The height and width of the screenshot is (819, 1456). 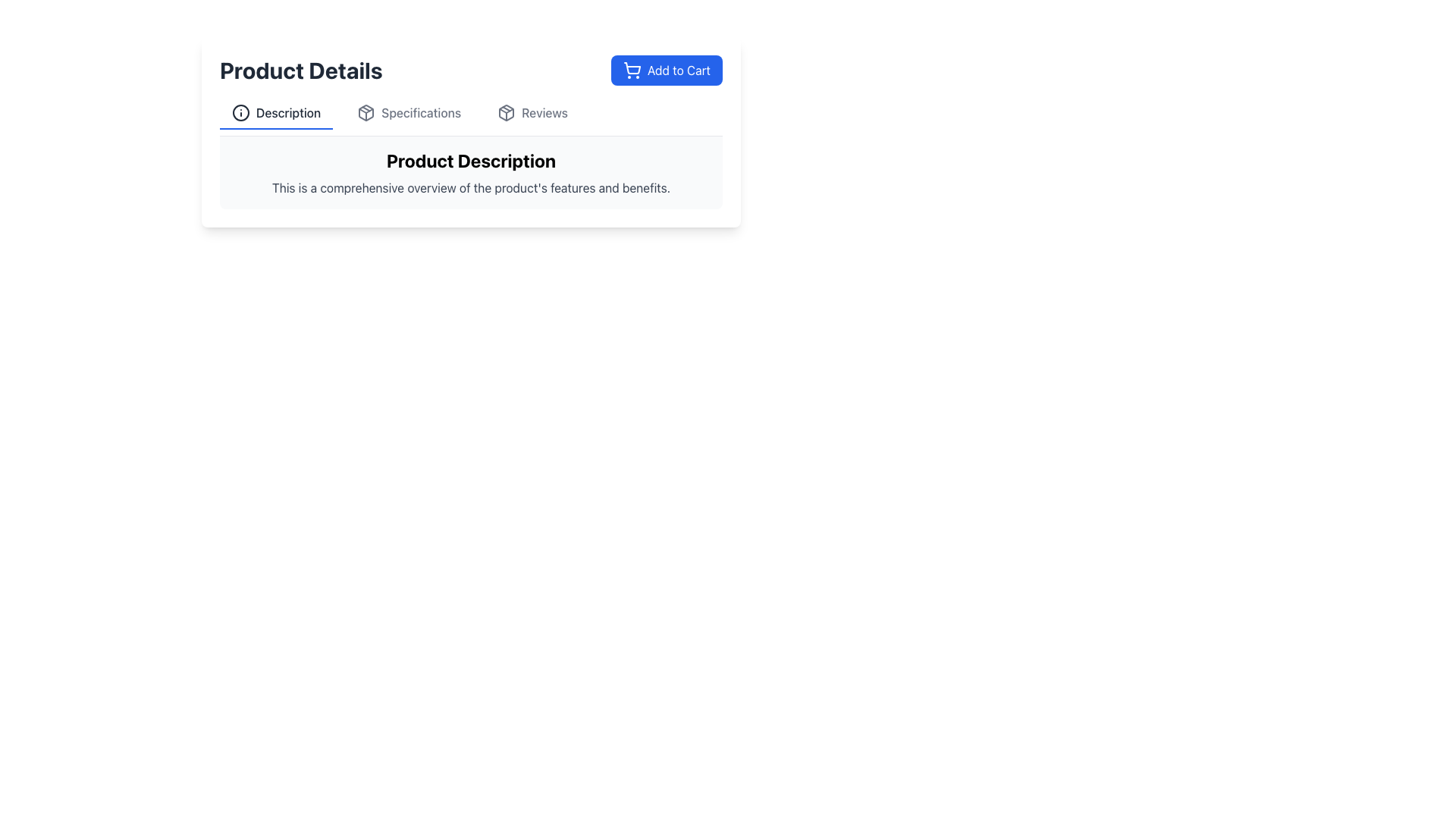 I want to click on the active 'Description' tab, which is the first tab among three tabs labeled 'Description', 'Specifications', and 'Reviews', so click(x=276, y=113).